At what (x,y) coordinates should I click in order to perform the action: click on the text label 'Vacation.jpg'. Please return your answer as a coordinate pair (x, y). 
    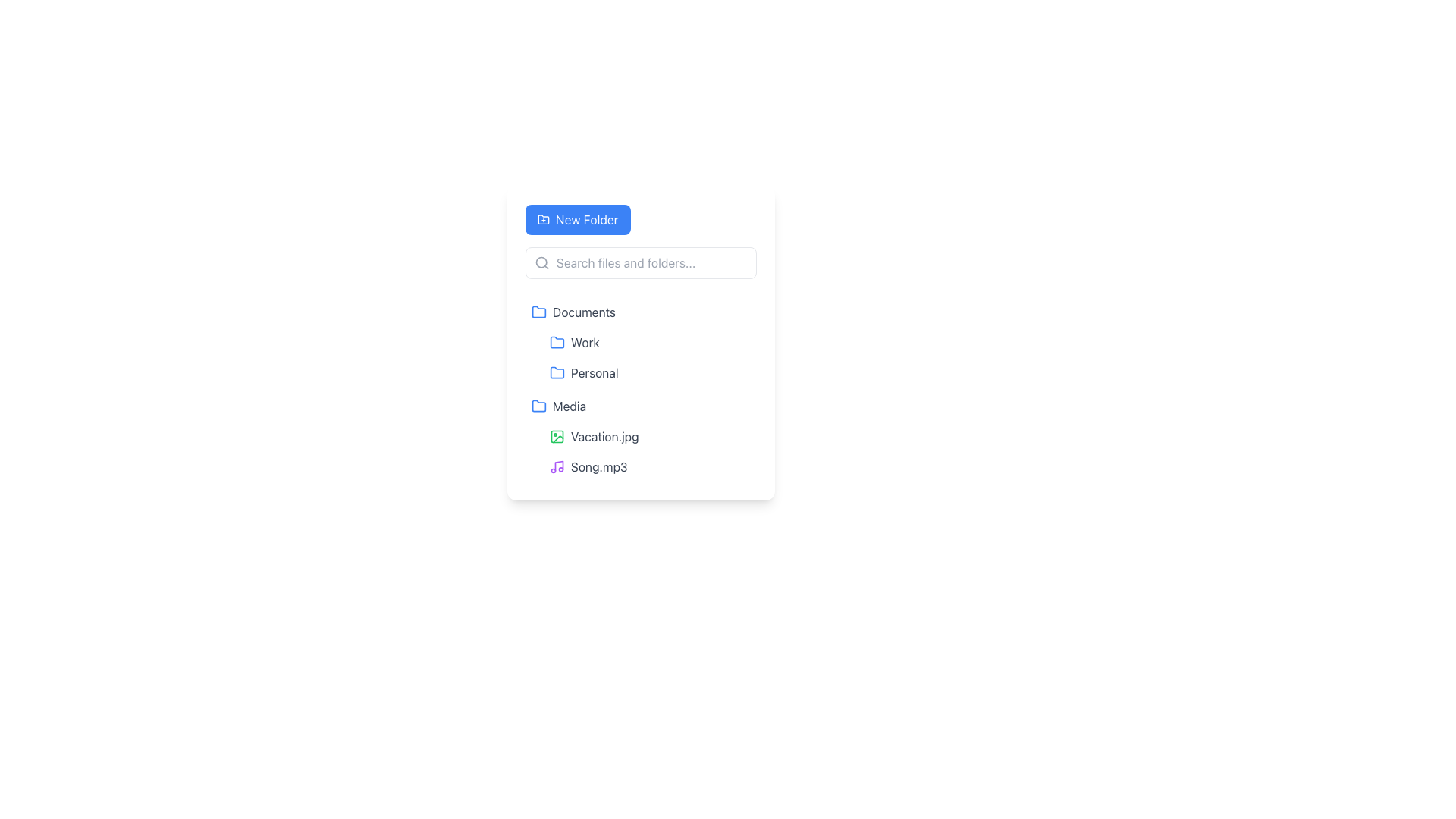
    Looking at the image, I should click on (604, 436).